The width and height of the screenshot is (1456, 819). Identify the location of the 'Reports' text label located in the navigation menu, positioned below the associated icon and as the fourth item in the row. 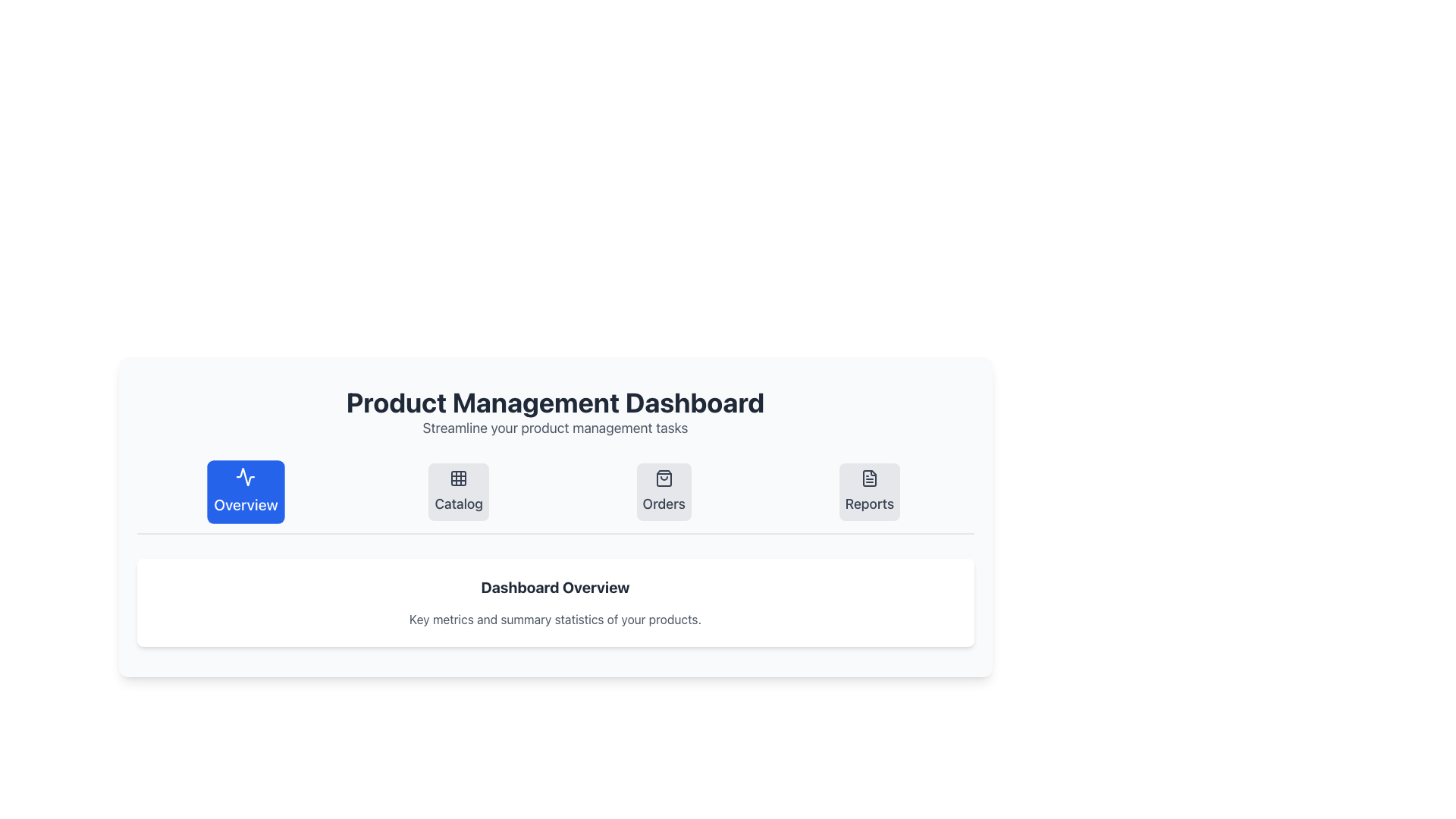
(869, 504).